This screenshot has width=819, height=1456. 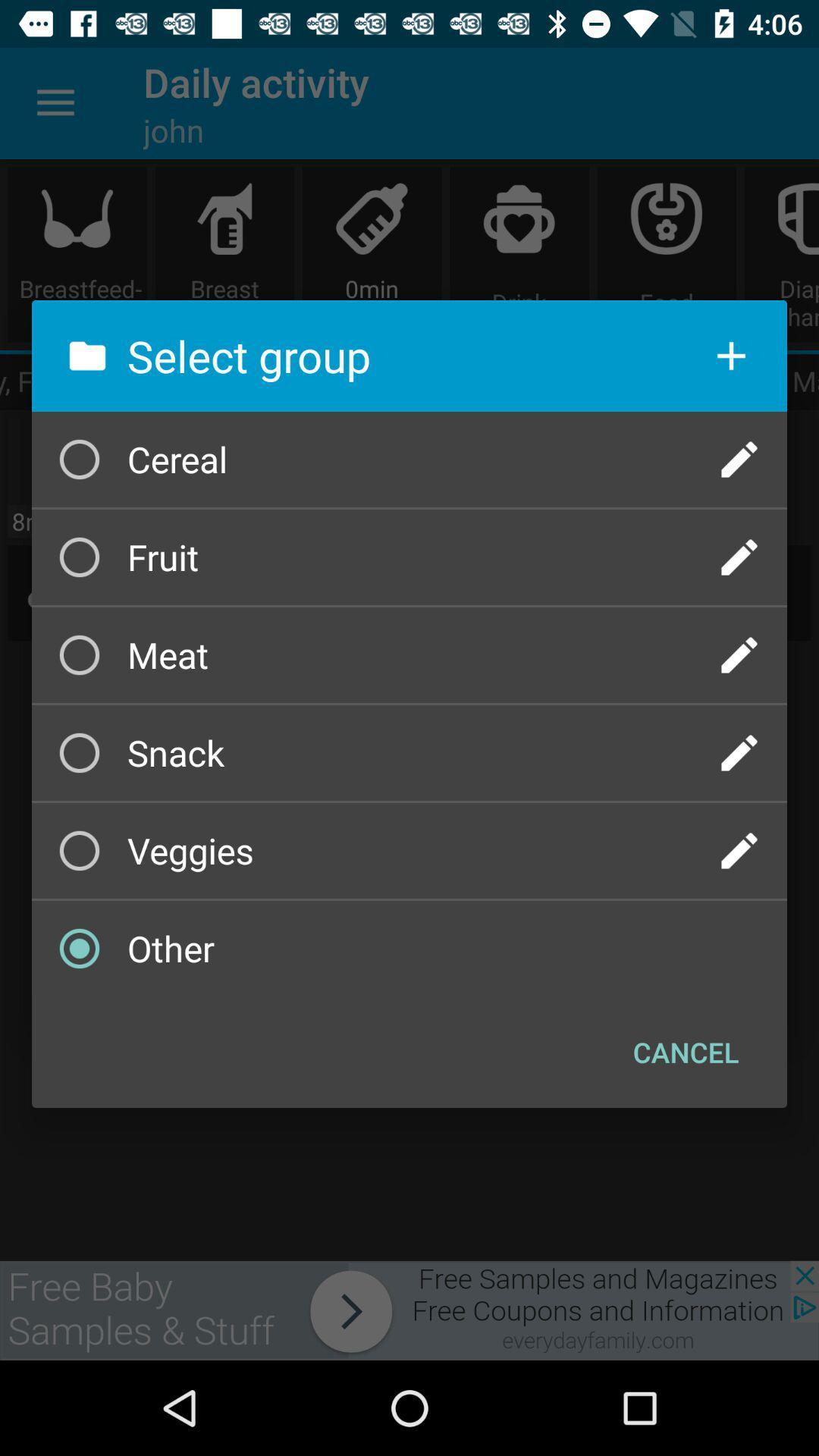 I want to click on edit fruit option, so click(x=739, y=556).